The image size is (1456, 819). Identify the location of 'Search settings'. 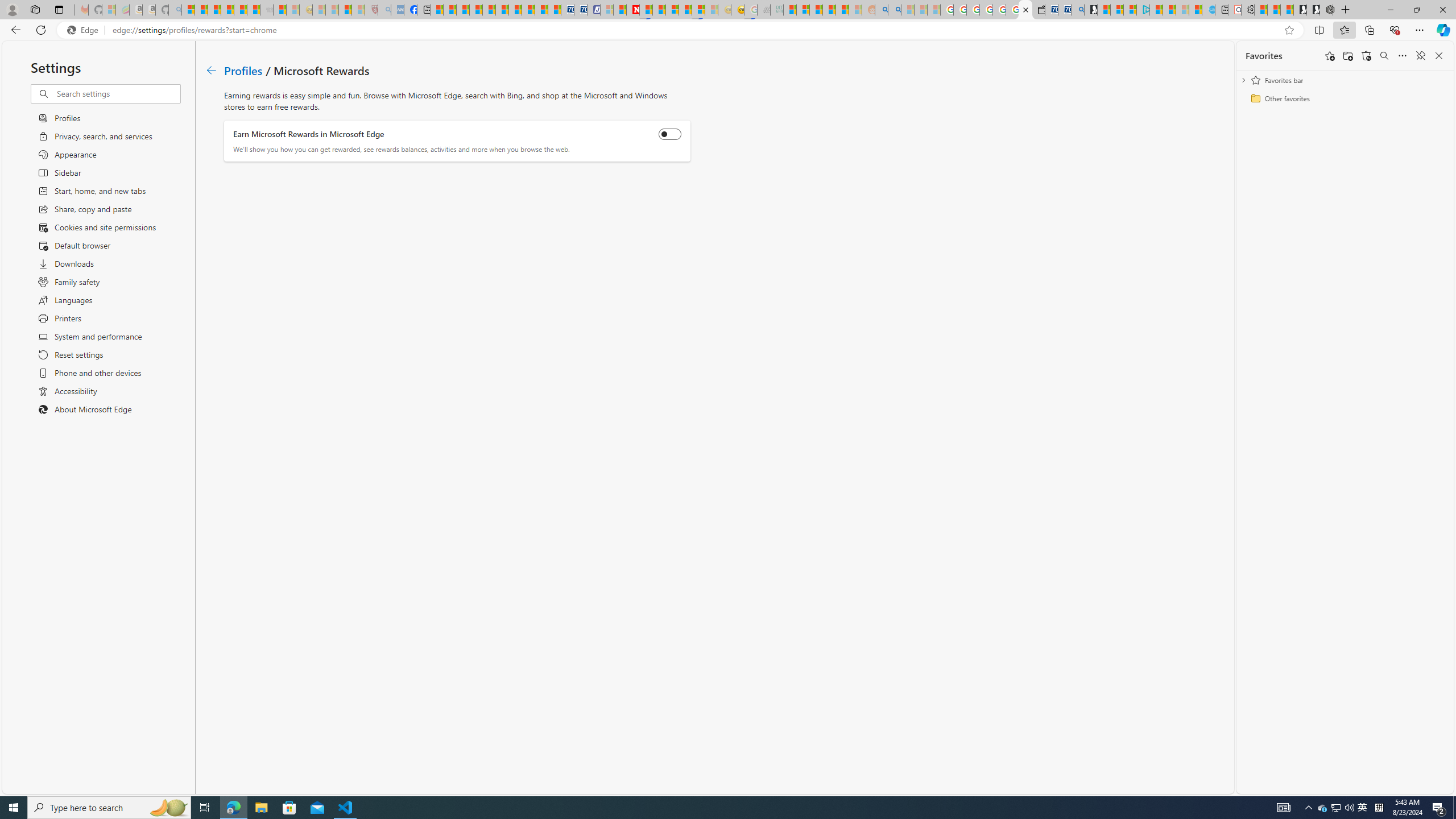
(118, 93).